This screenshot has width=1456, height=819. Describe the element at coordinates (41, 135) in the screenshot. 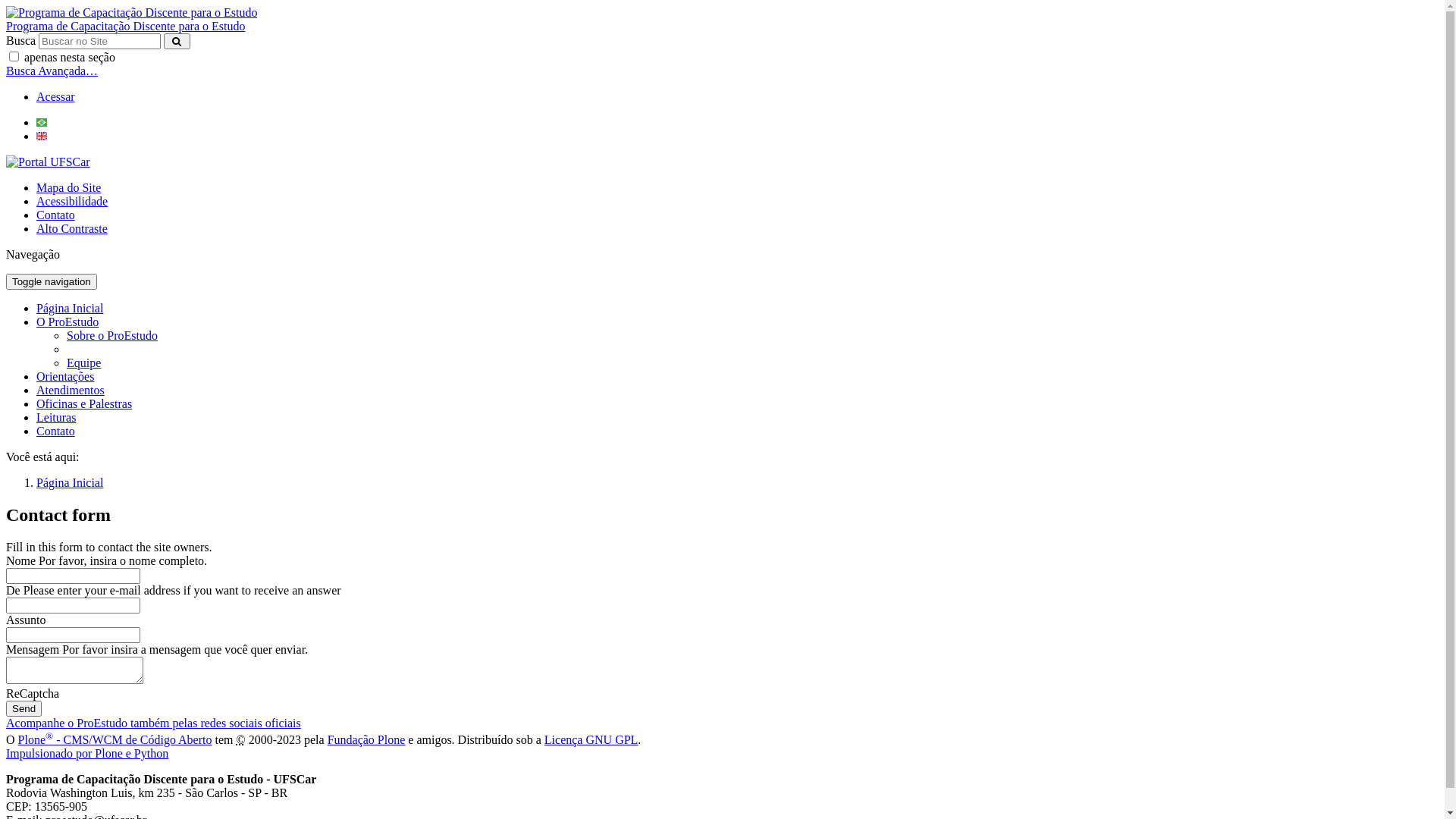

I see `'English'` at that location.